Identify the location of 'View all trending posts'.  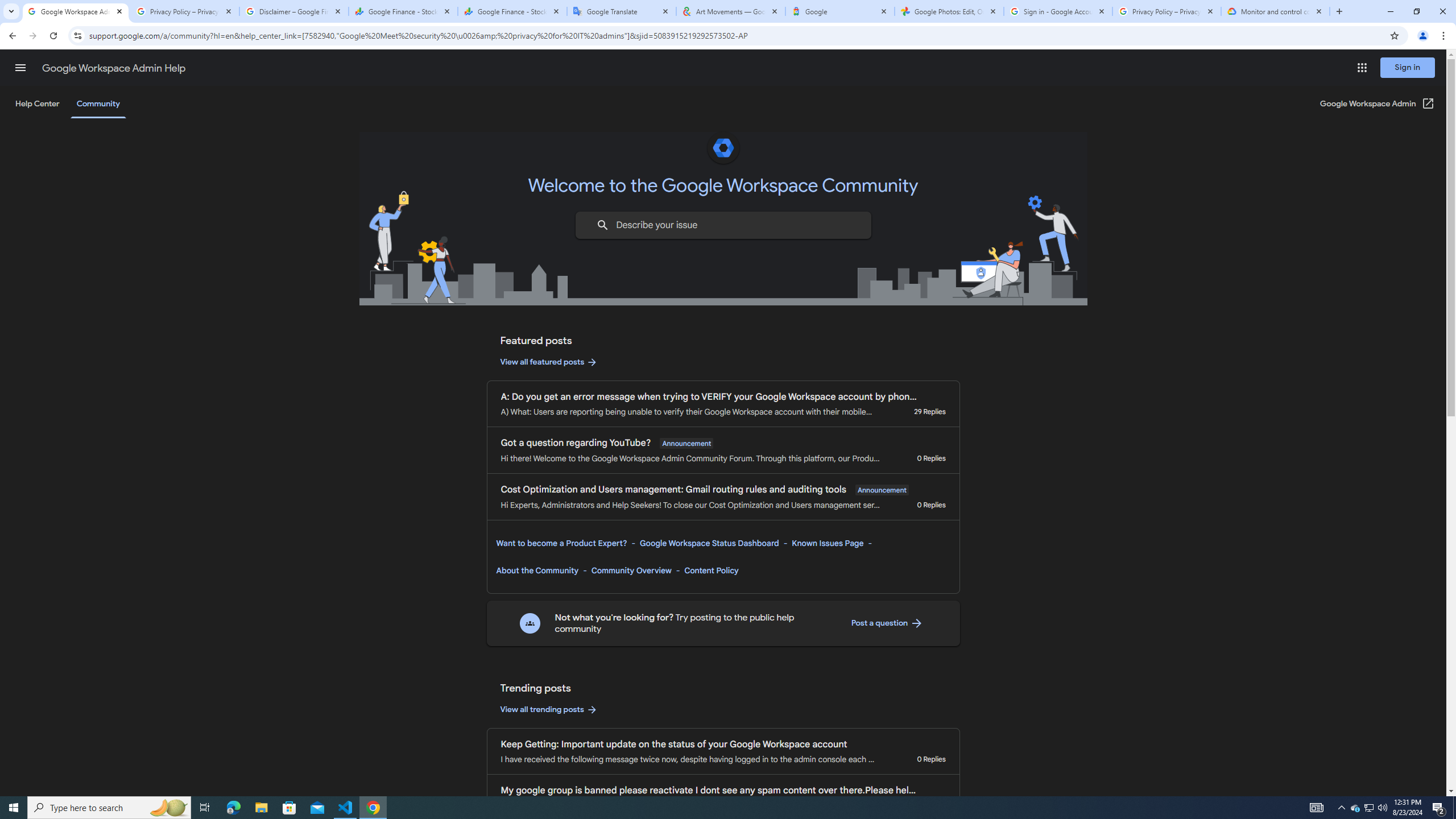
(549, 709).